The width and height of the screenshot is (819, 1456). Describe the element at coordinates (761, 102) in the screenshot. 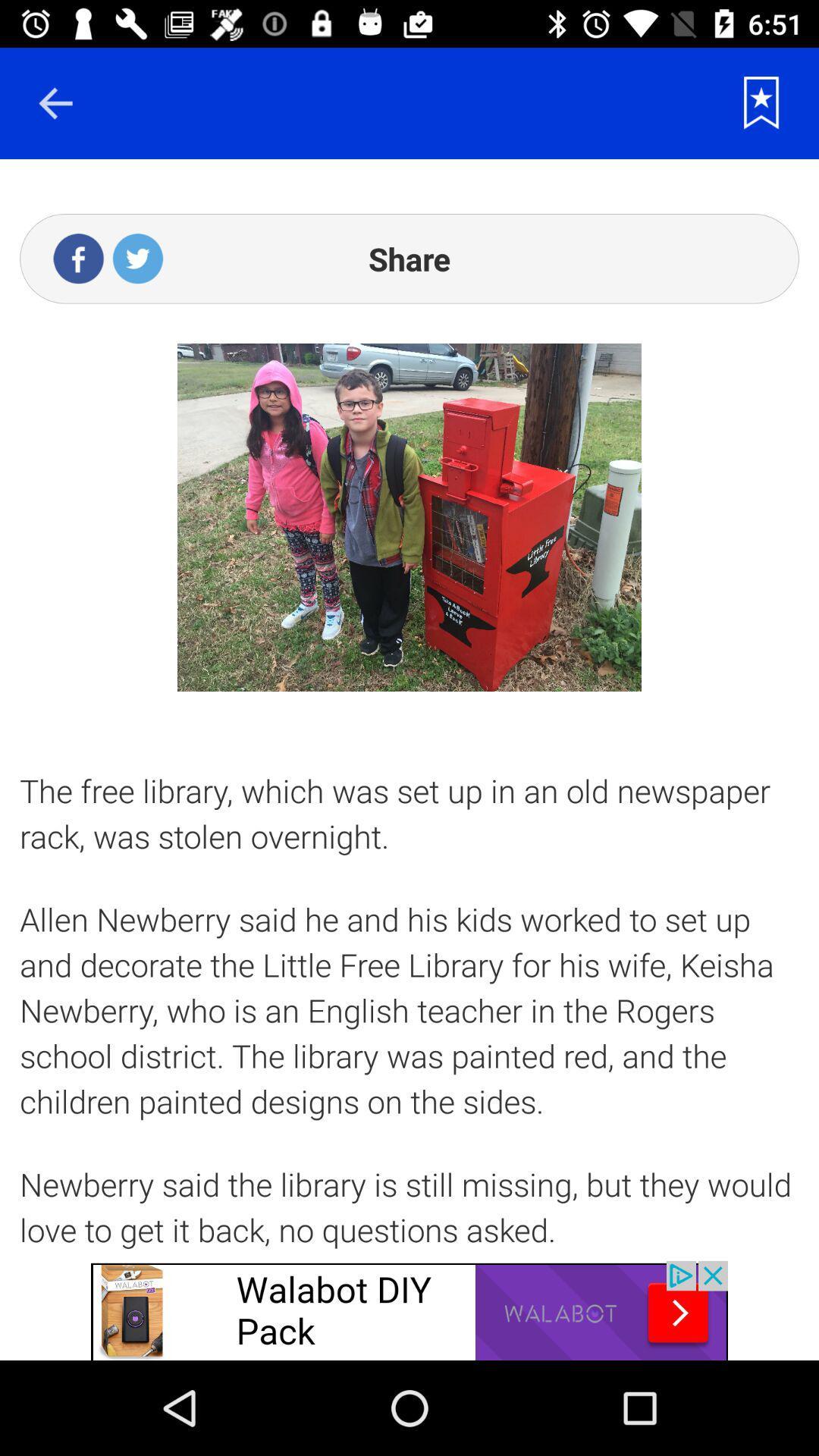

I see `save` at that location.